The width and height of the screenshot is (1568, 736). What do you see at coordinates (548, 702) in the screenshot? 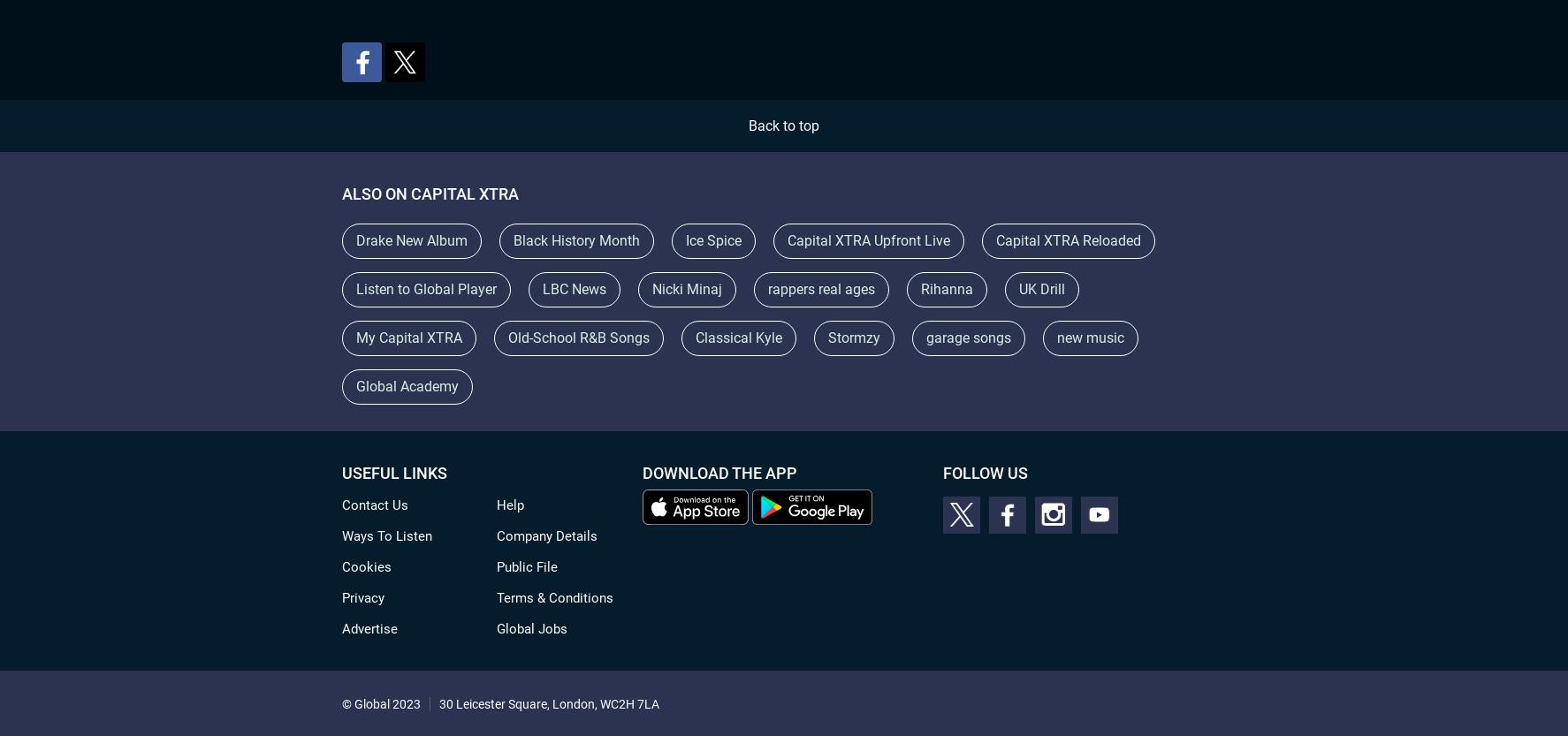
I see `'30 Leicester Square, London, WC2H 7LA'` at bounding box center [548, 702].